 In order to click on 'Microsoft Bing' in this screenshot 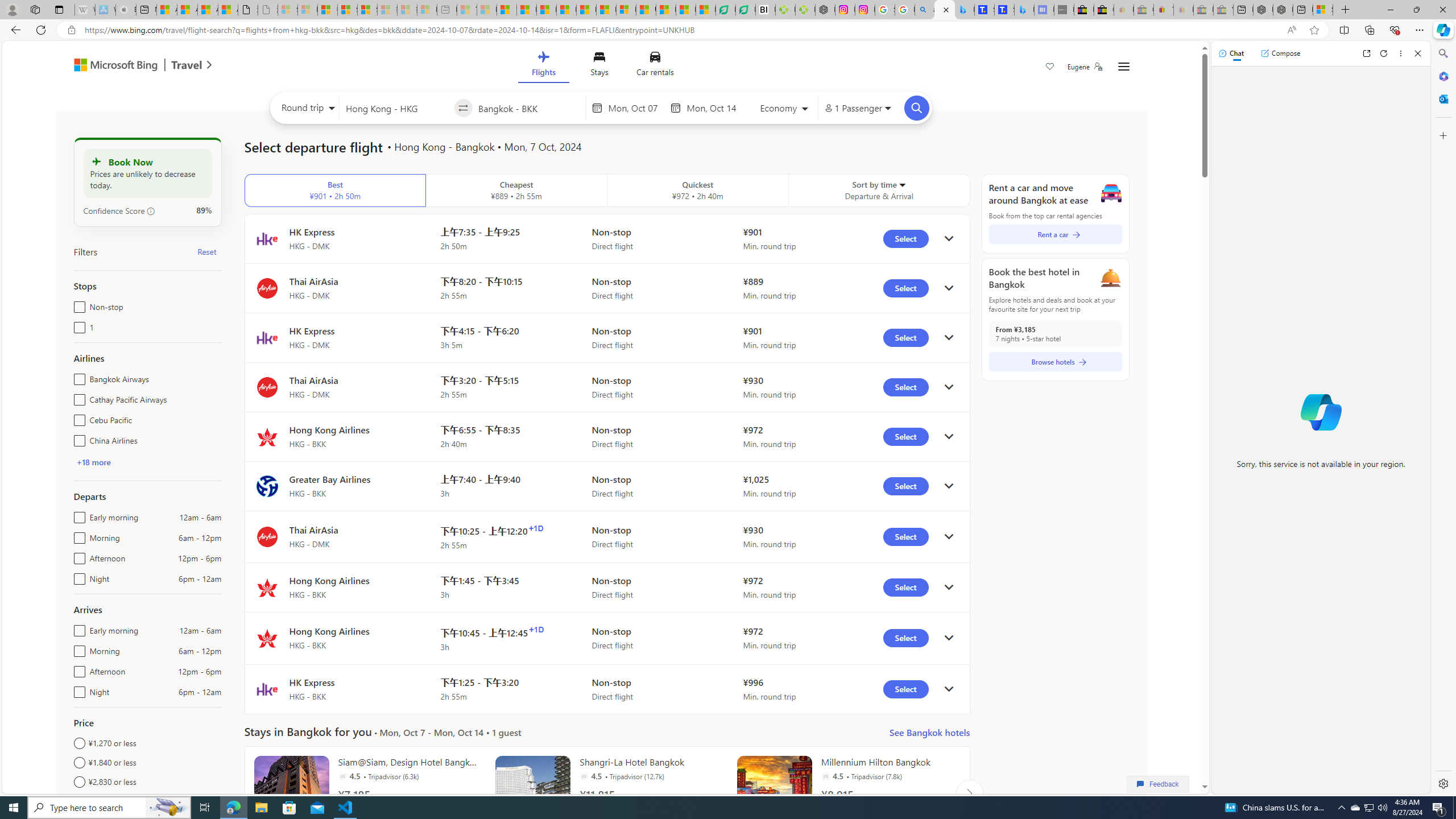, I will do `click(110, 65)`.